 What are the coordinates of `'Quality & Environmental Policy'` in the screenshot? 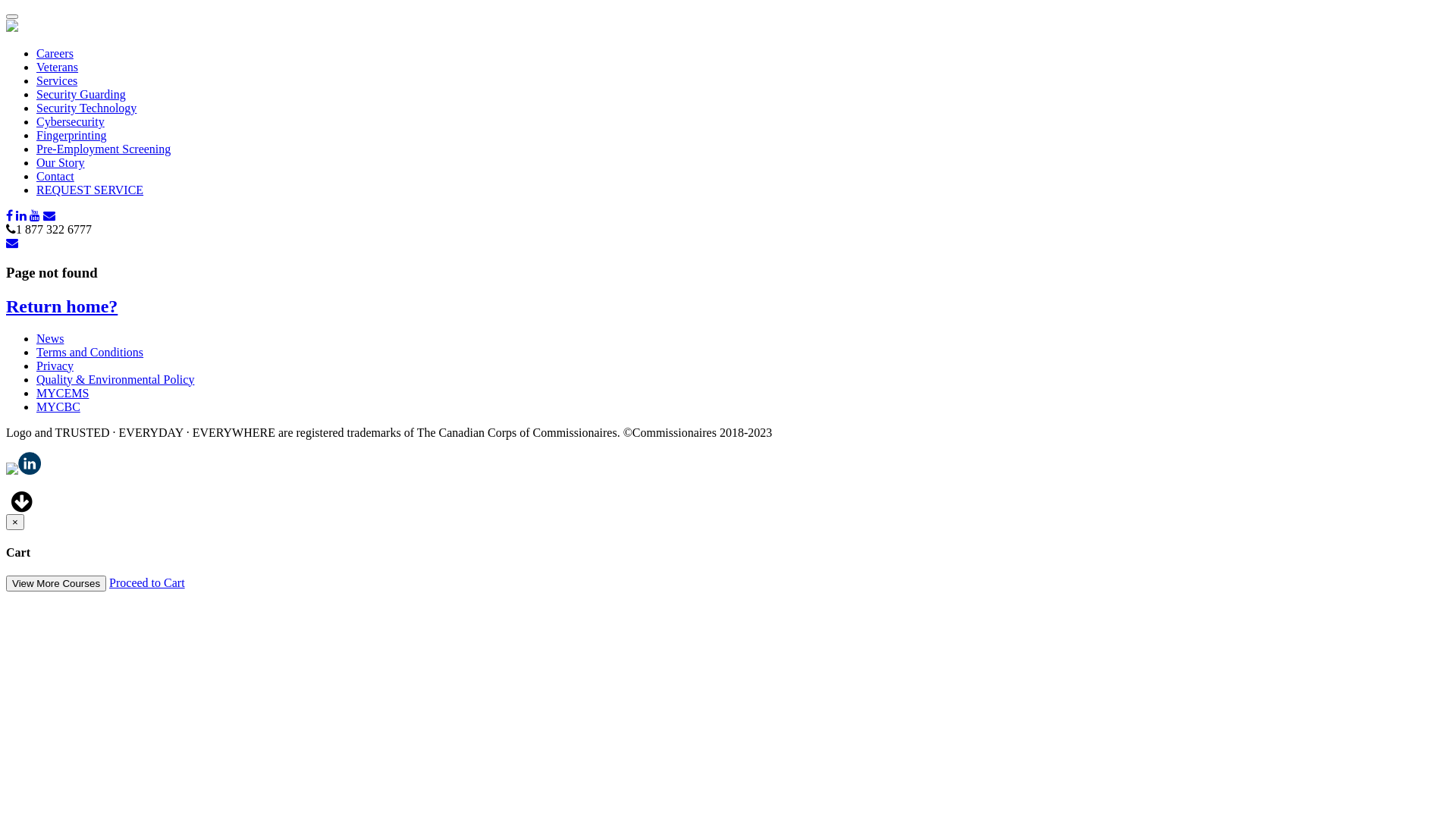 It's located at (36, 378).